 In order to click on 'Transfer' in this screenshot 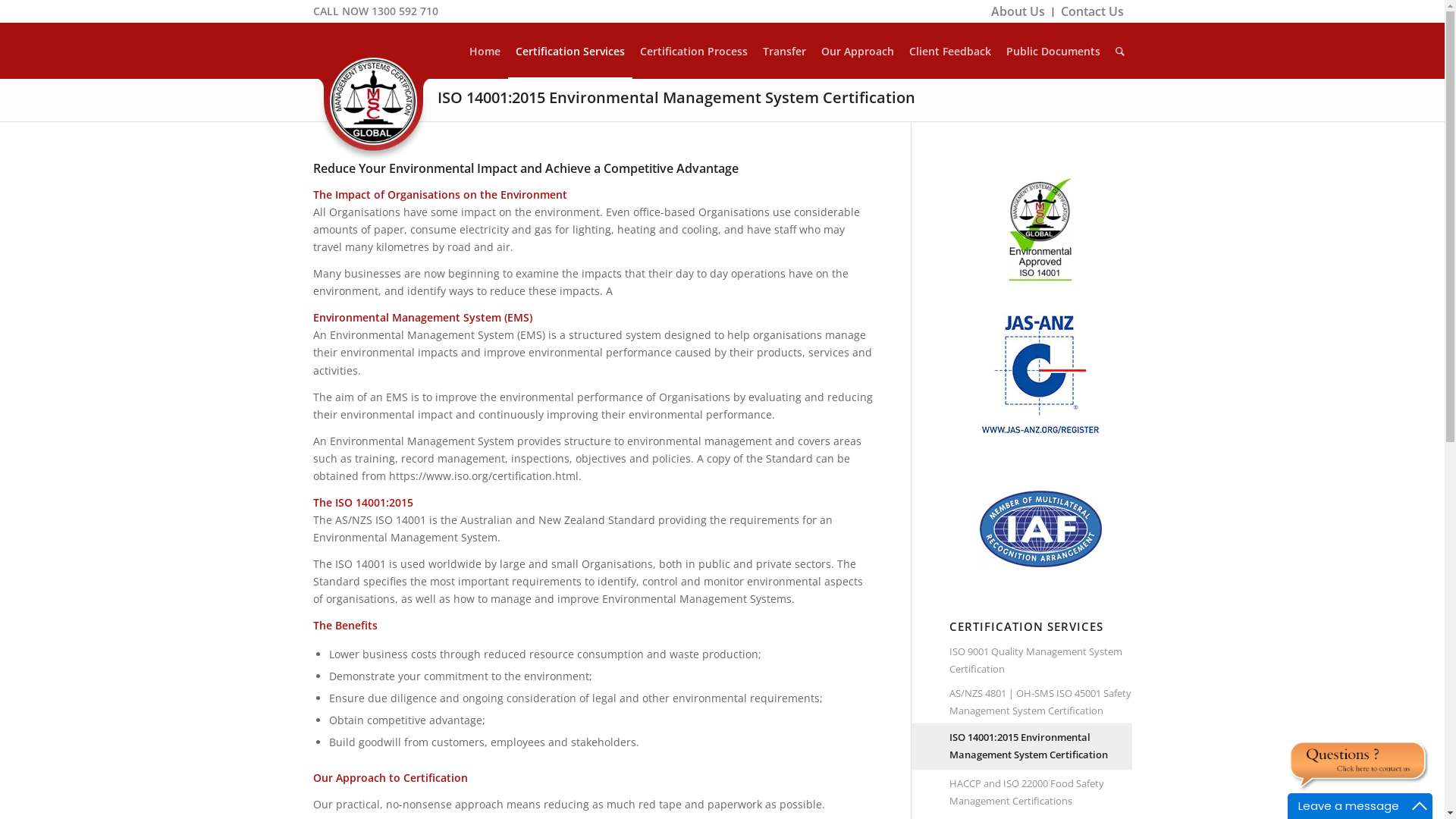, I will do `click(784, 49)`.